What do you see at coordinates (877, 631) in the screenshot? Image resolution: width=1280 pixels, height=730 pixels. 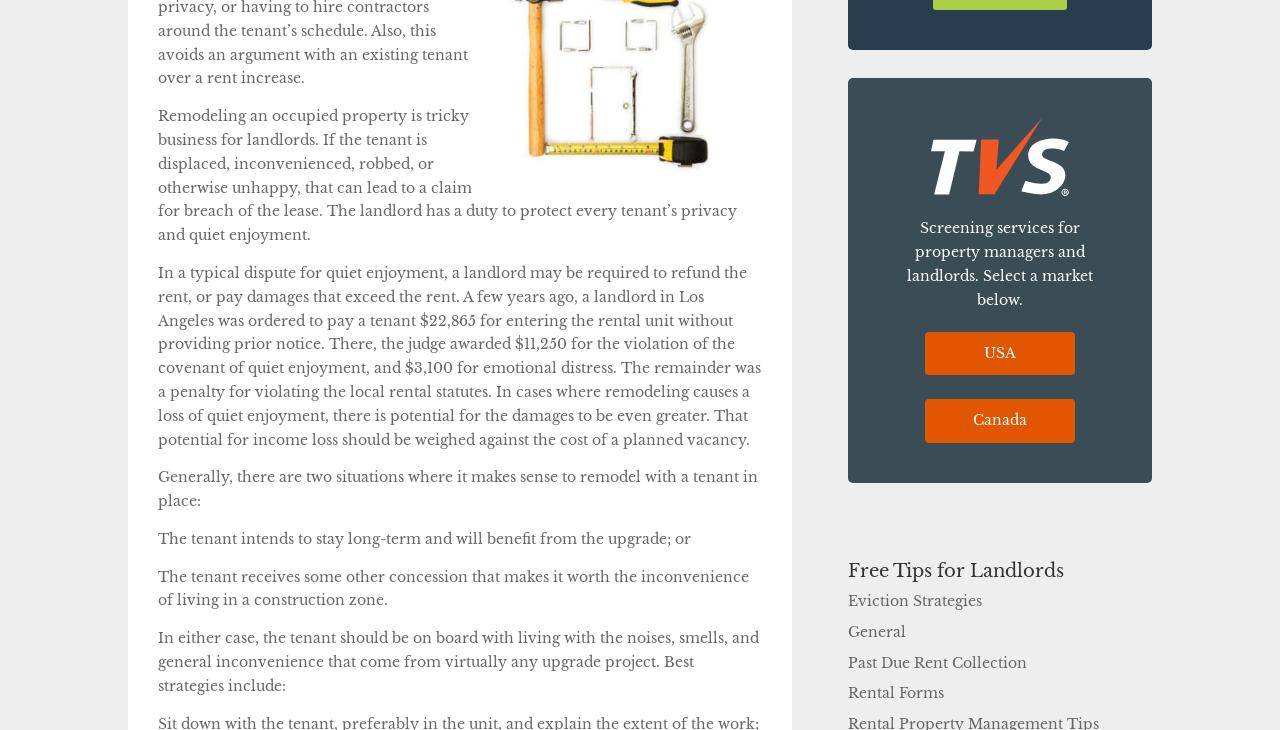 I see `'General'` at bounding box center [877, 631].